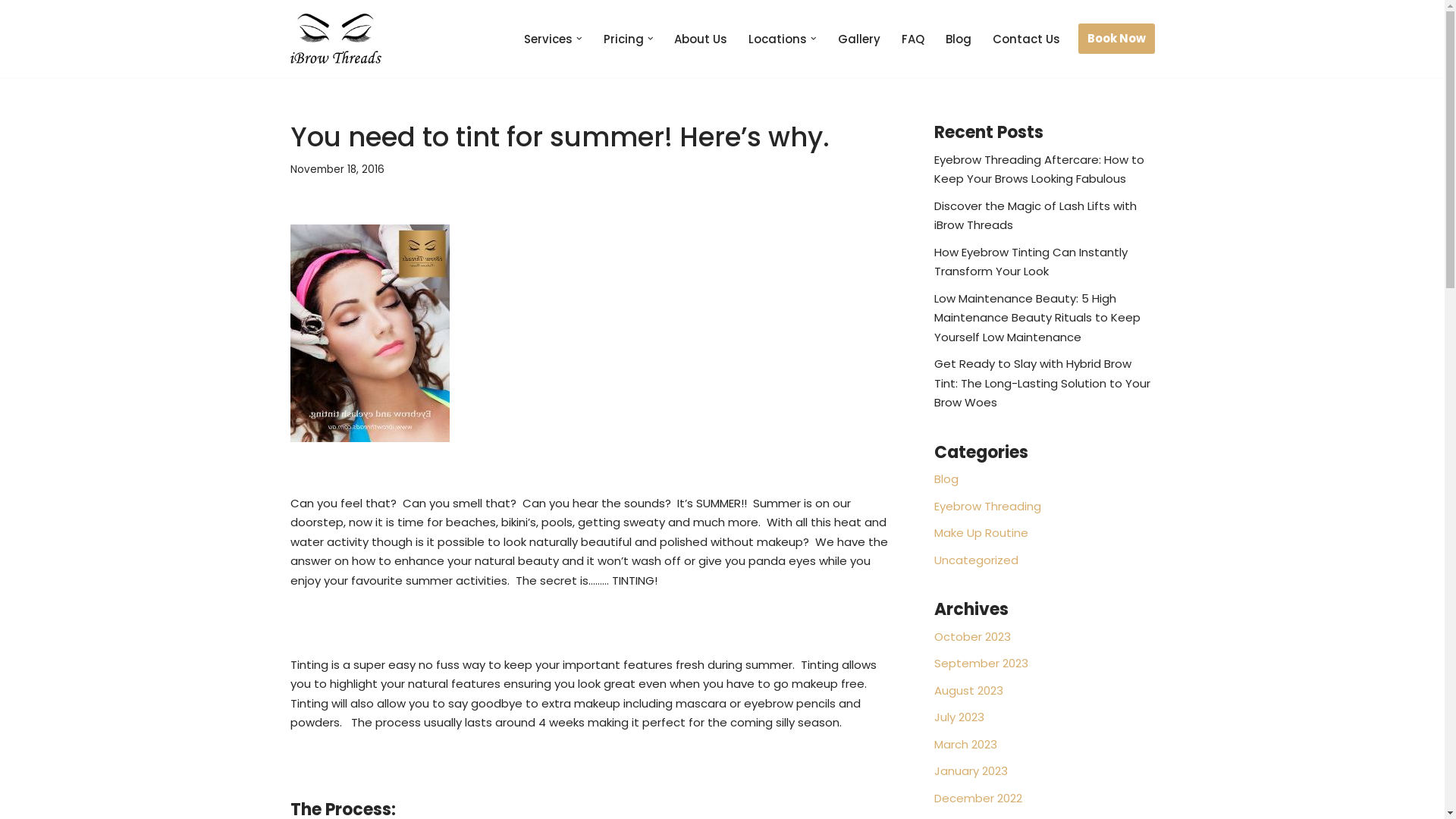 This screenshot has height=819, width=1456. What do you see at coordinates (934, 479) in the screenshot?
I see `'Blog'` at bounding box center [934, 479].